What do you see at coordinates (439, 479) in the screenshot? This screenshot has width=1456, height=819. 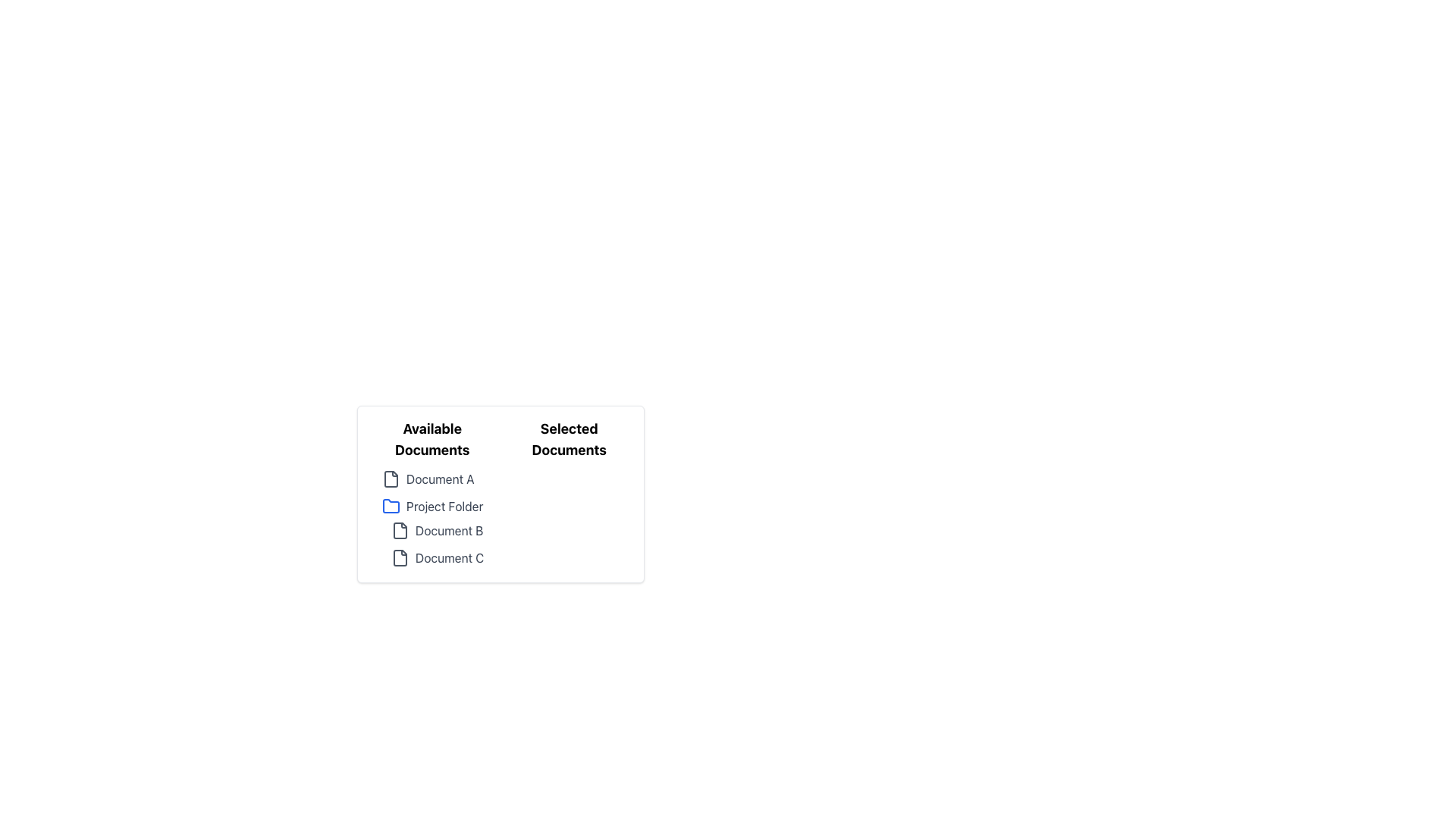 I see `the text label that represents the document titled 'Document A'` at bounding box center [439, 479].